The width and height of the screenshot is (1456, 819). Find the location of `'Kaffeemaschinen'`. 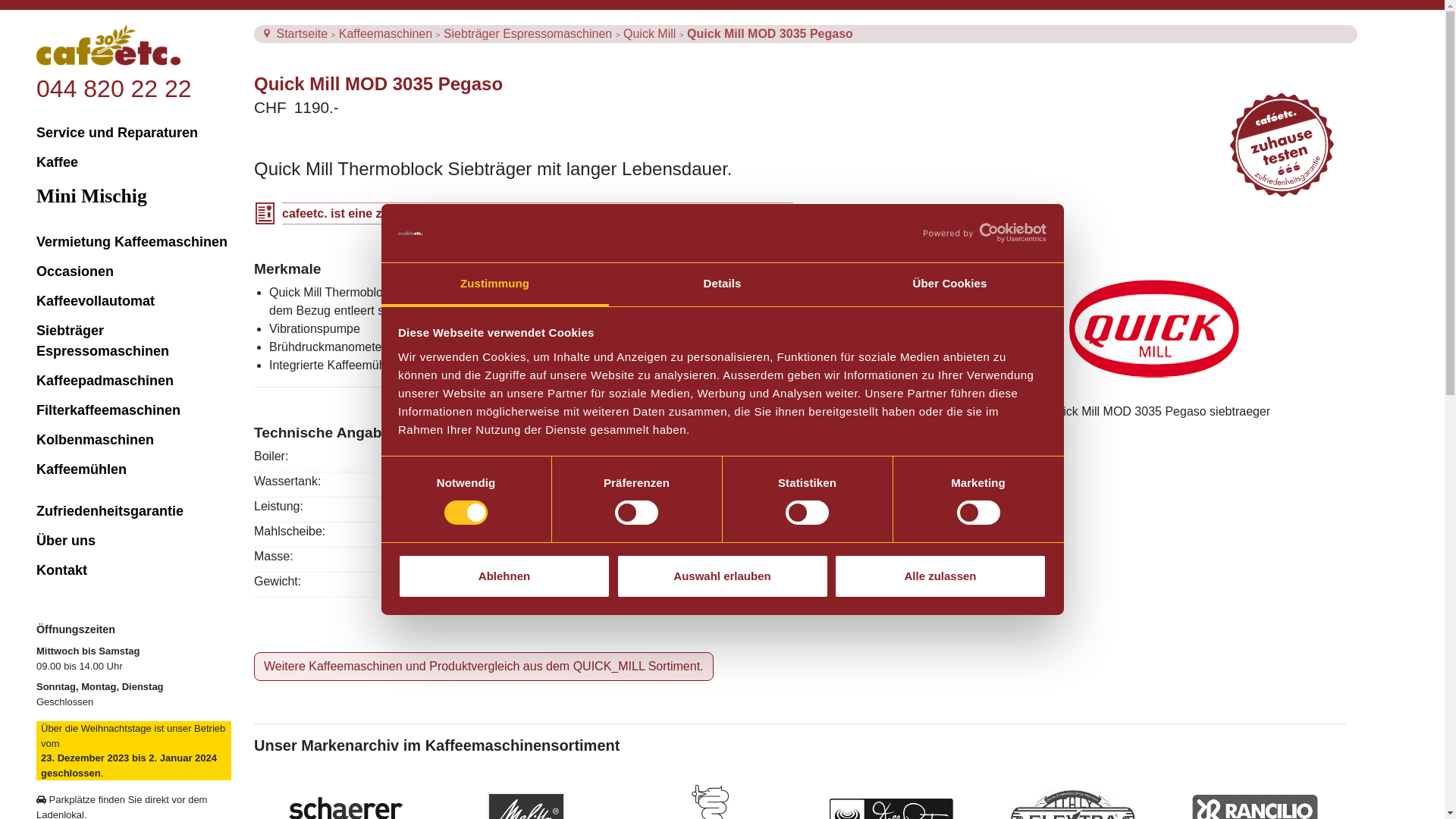

'Kaffeemaschinen' is located at coordinates (387, 33).